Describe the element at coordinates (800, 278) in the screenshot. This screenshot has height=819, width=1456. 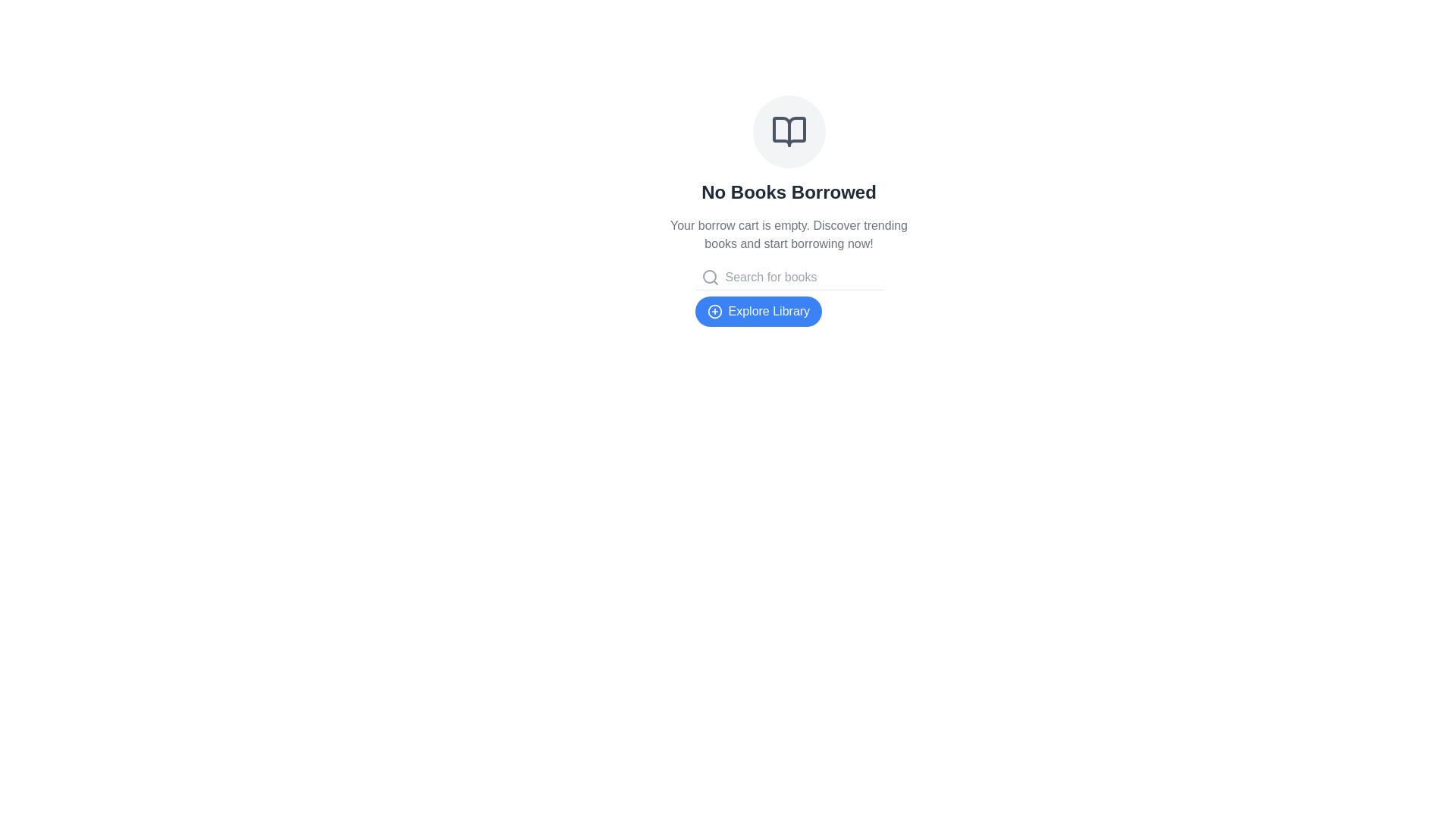
I see `the search bar text input field located beneath the 'No Books Borrowed' header to focus on it` at that location.